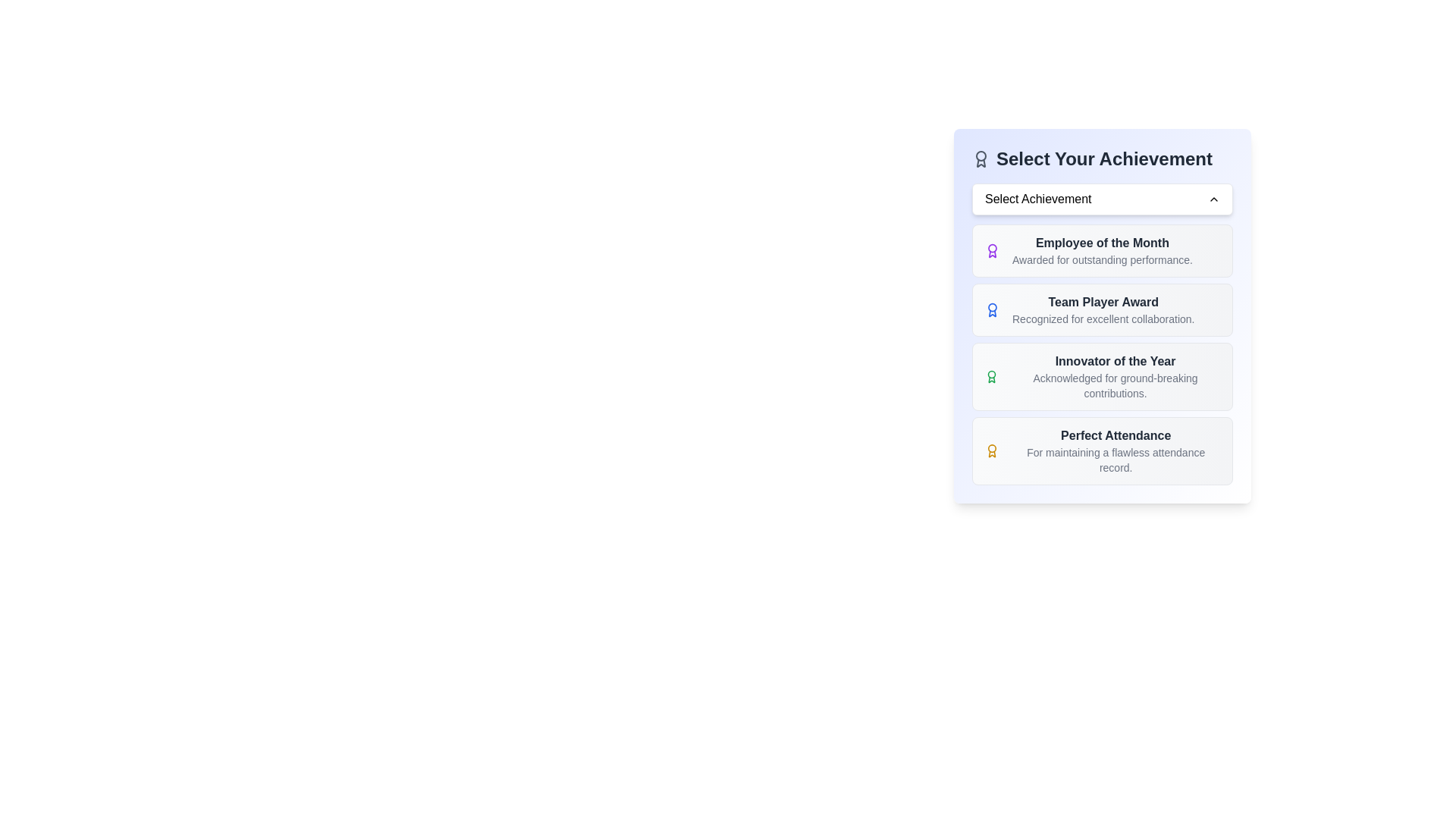  Describe the element at coordinates (993, 250) in the screenshot. I see `the decorative medal-like icon with a purple outline, positioned to the left of the text 'Employee of the Month' in the achievements list` at that location.